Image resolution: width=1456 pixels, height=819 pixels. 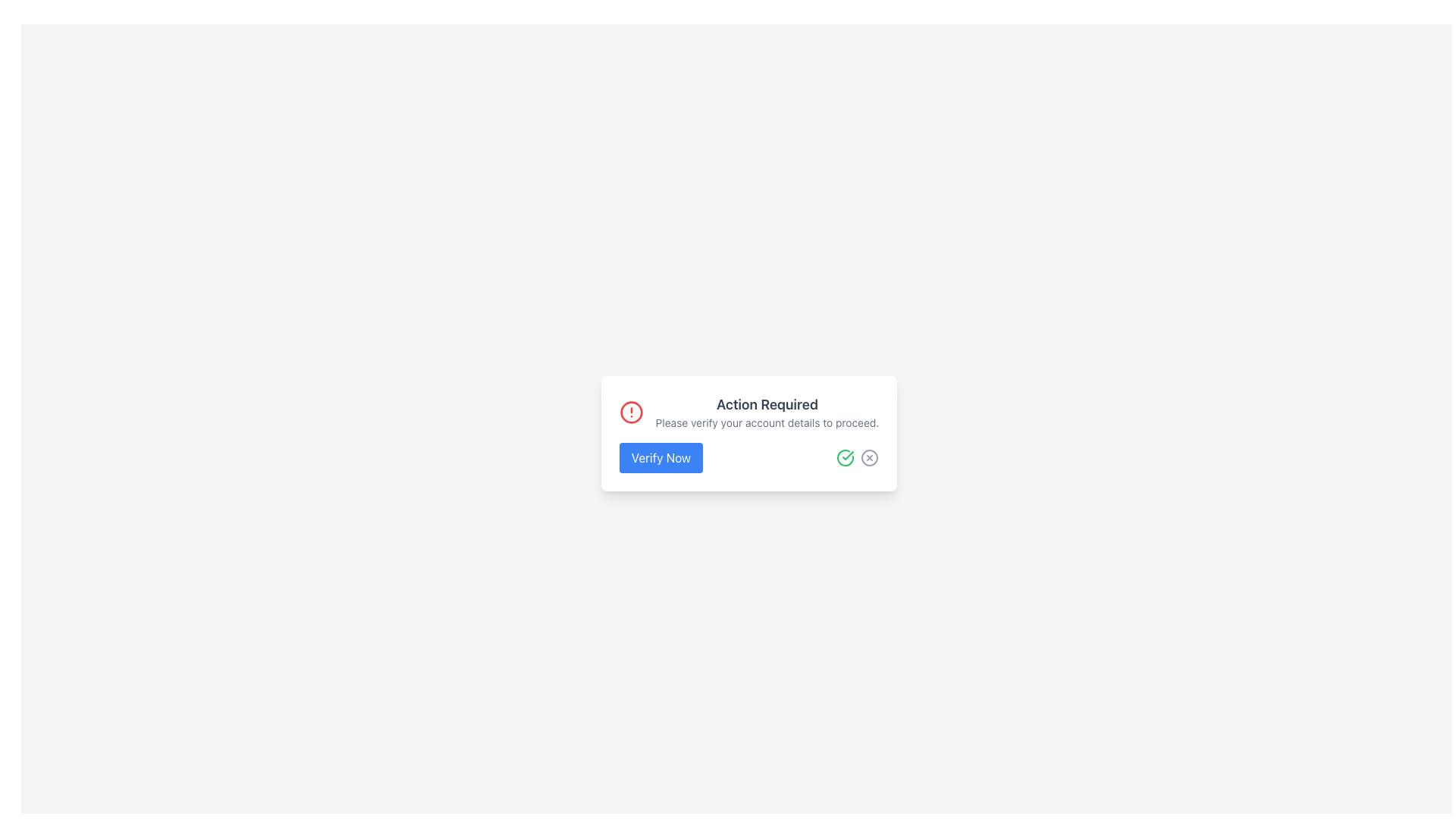 I want to click on text block containing 'Action Required' and 'Please verify your account details to proceed.' which is centrally located below a red icon and above a blue 'Verify Now' button, so click(x=767, y=412).